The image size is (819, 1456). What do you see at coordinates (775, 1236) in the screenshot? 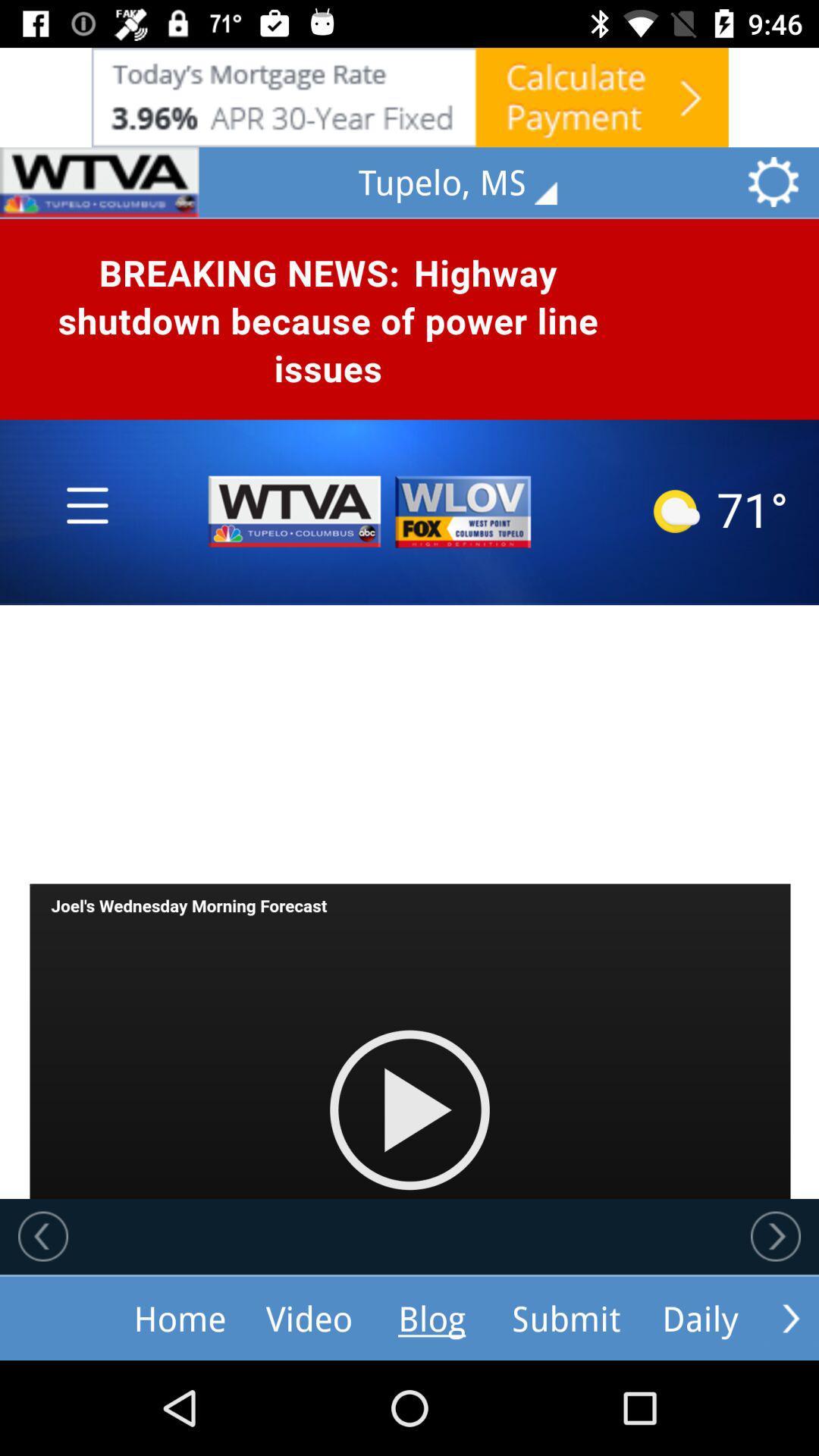
I see `next` at bounding box center [775, 1236].